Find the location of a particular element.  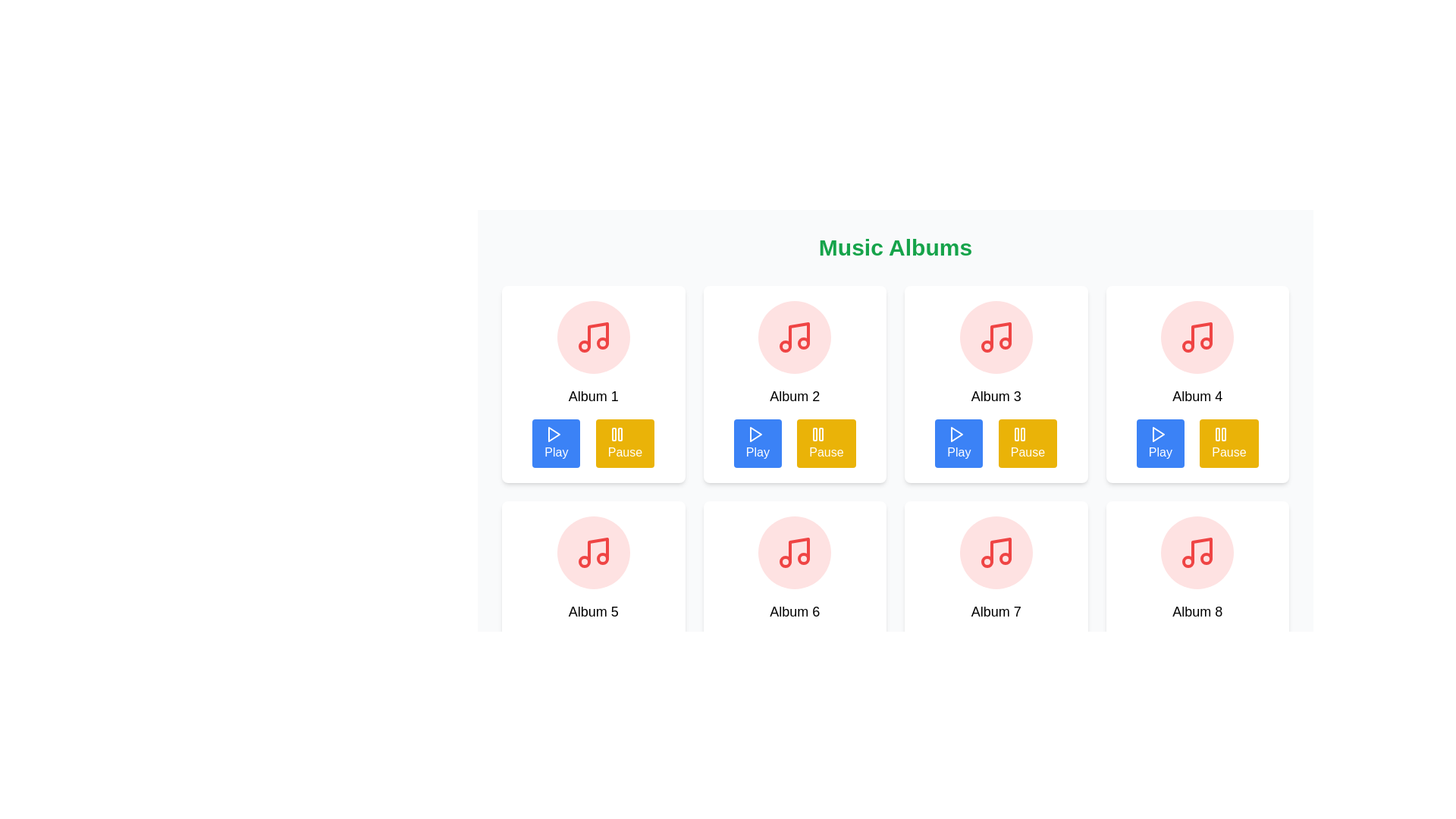

the text label for 'Album 3' which serves as a descriptive label for the album card, located in the top row, third column of a grid of album cards is located at coordinates (996, 396).